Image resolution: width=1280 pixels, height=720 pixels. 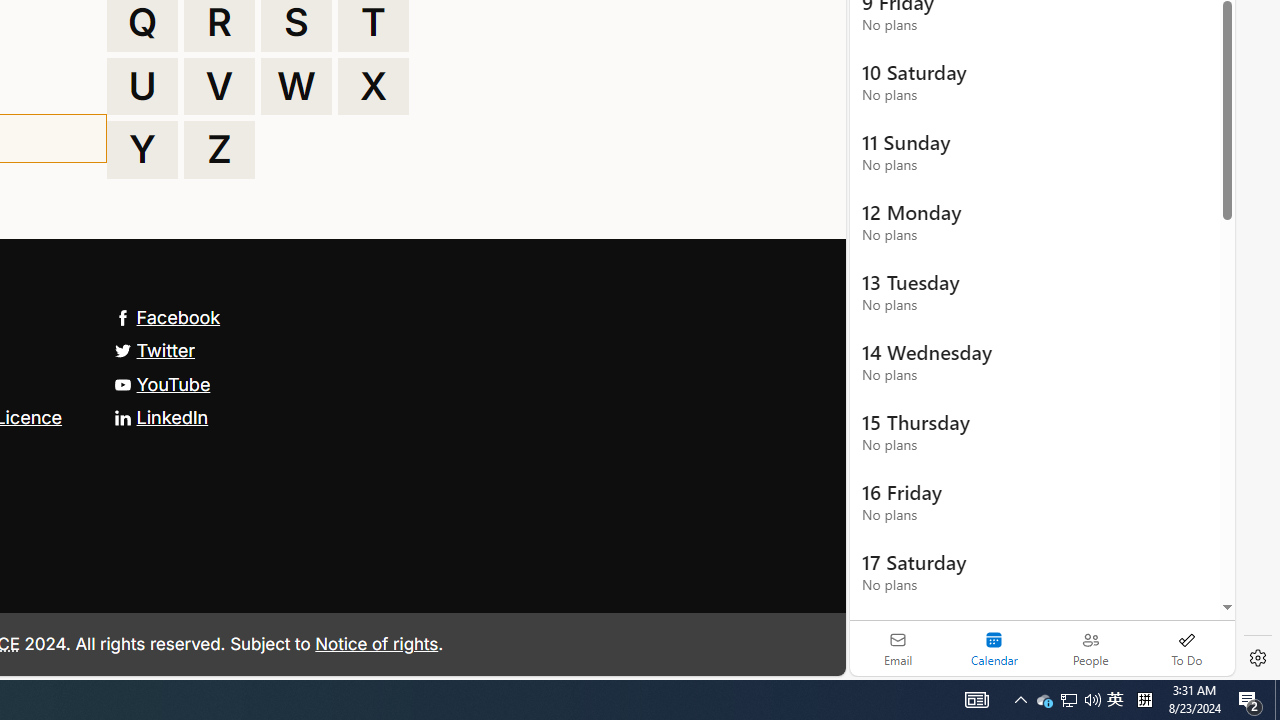 I want to click on 'Selected calendar module. Date today is 22', so click(x=994, y=648).